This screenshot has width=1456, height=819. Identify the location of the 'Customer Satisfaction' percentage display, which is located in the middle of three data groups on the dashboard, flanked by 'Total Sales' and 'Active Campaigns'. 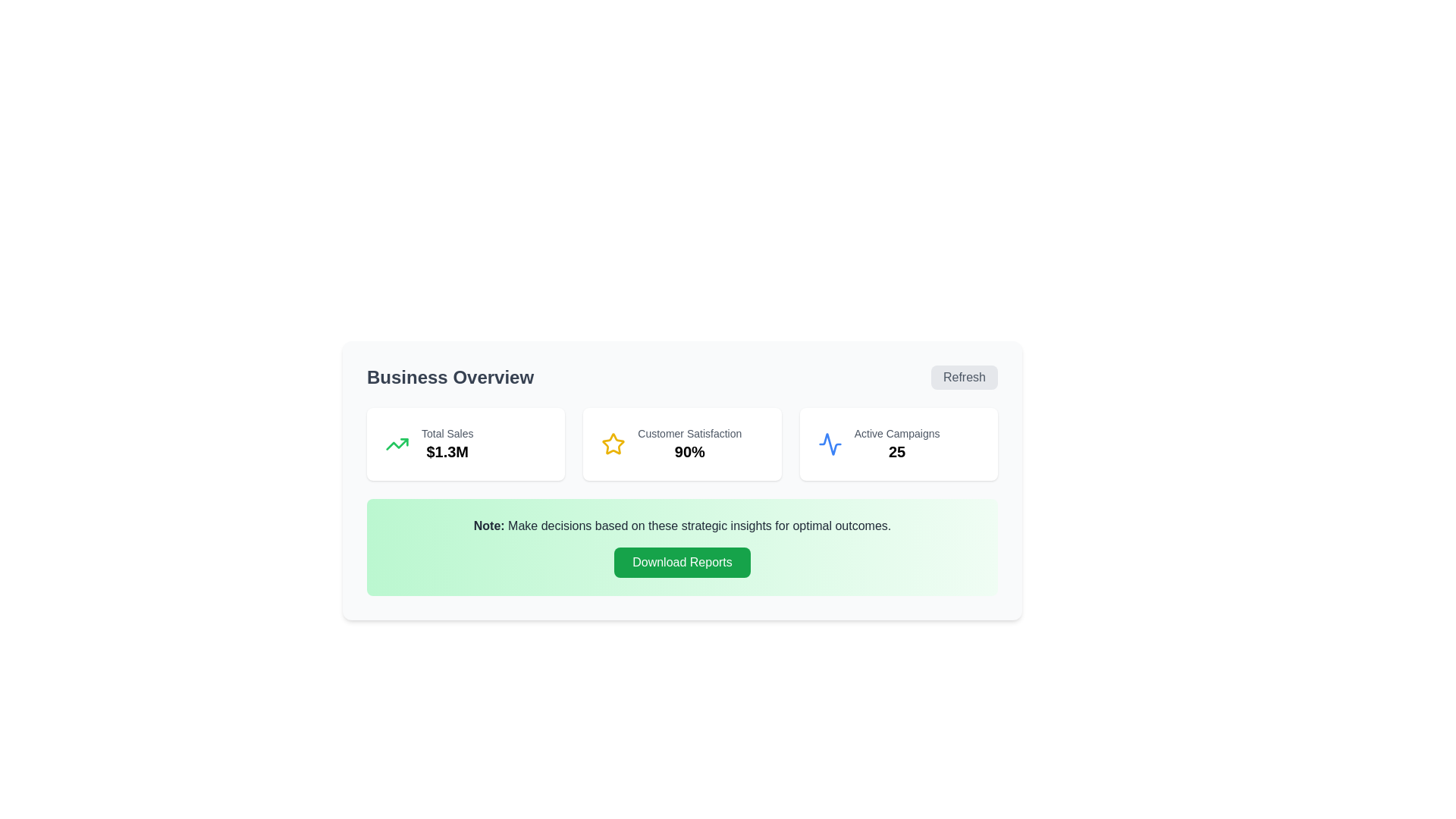
(689, 444).